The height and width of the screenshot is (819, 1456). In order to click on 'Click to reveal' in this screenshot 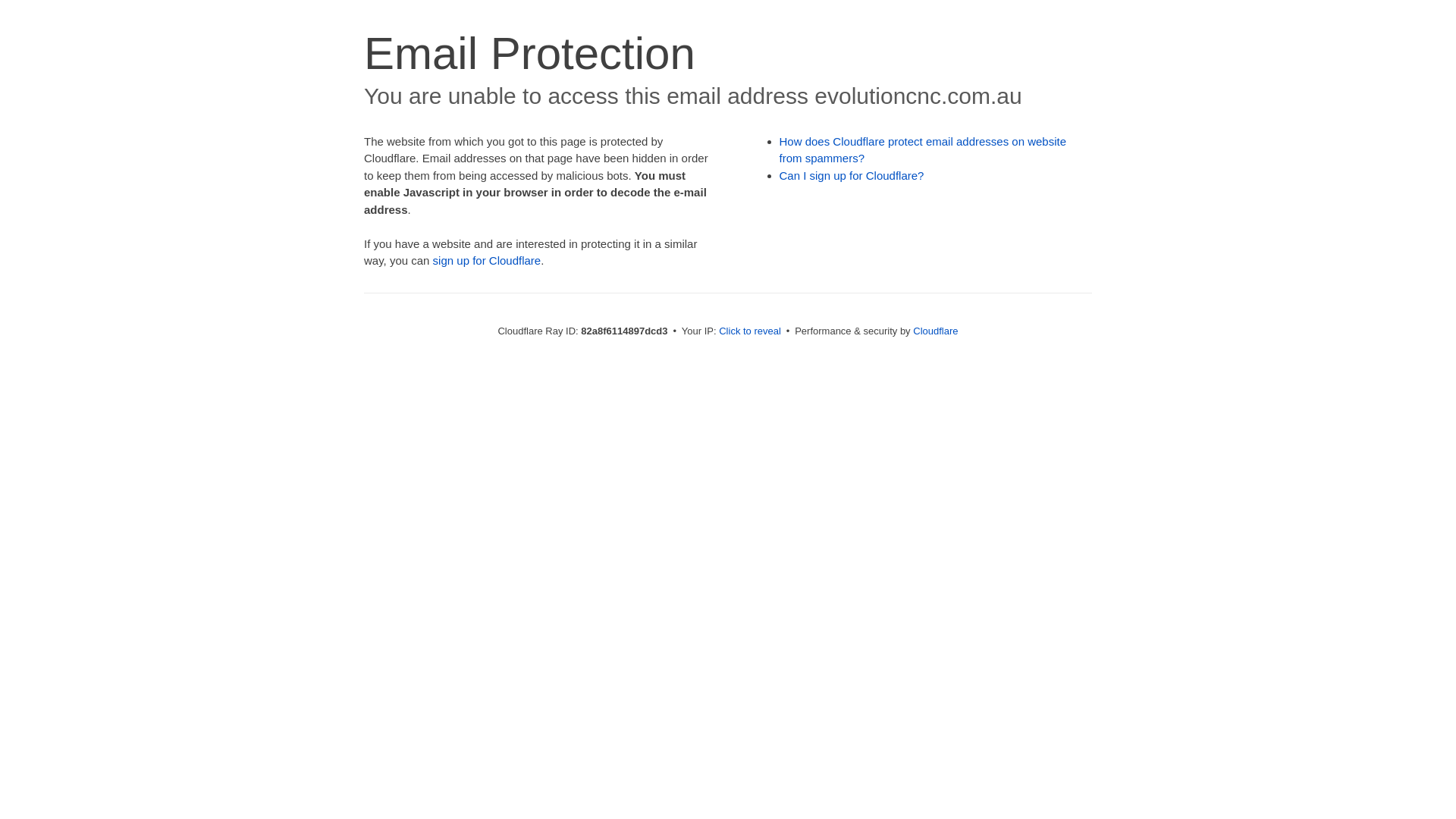, I will do `click(749, 330)`.